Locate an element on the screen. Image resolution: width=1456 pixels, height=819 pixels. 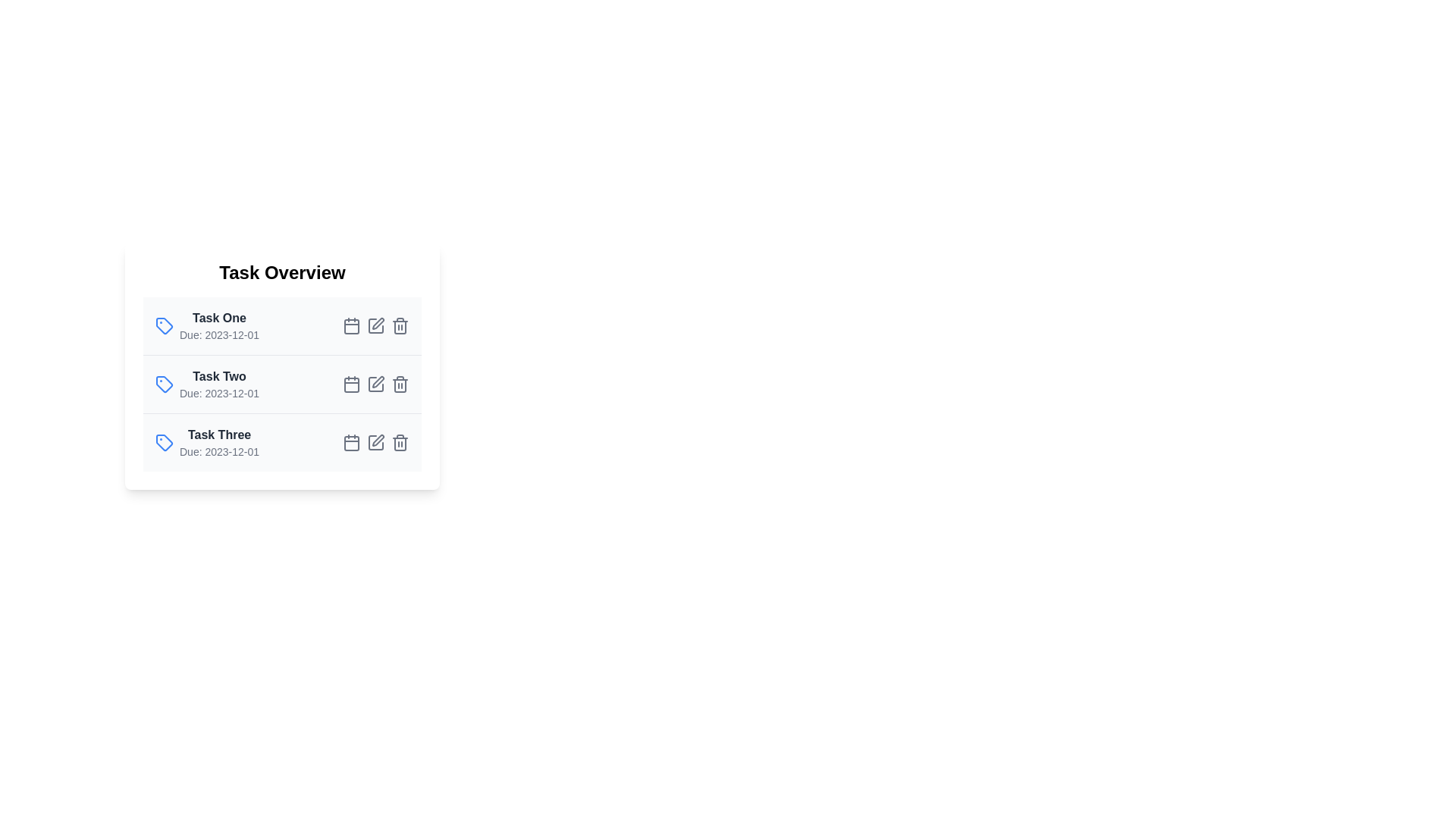
the edit icon, which resembles a pen, located between the calendar and trash bin icons in the action button group for 'Task One Due: 2023-12-01' is located at coordinates (375, 325).